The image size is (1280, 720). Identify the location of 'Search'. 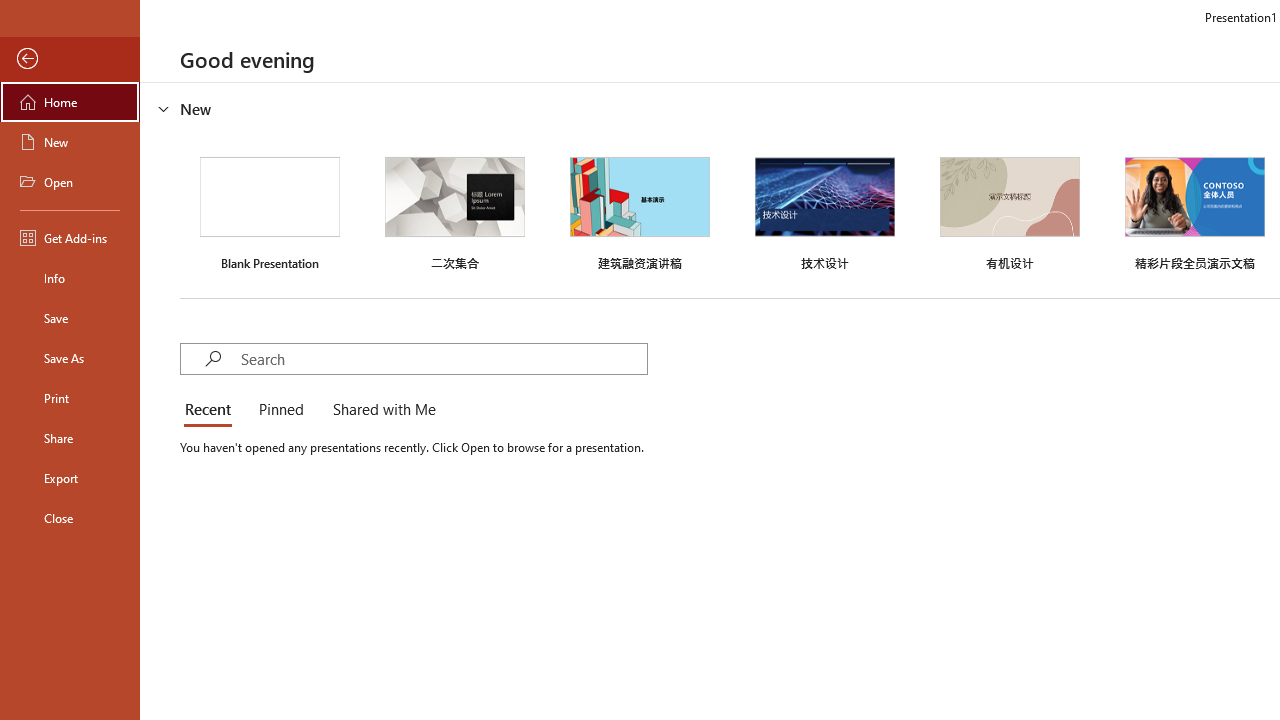
(442, 357).